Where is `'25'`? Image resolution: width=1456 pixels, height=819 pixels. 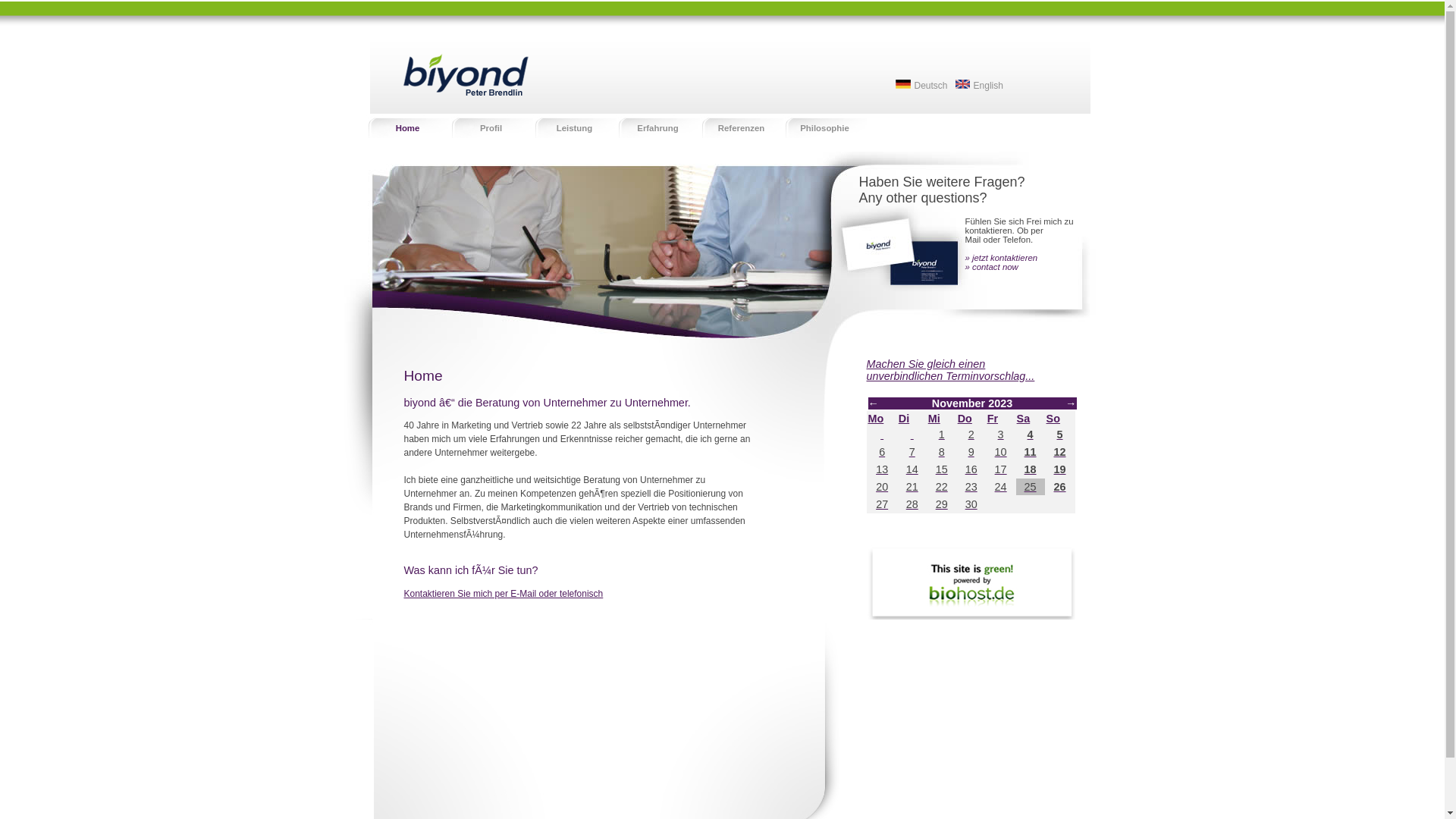 '25' is located at coordinates (1024, 486).